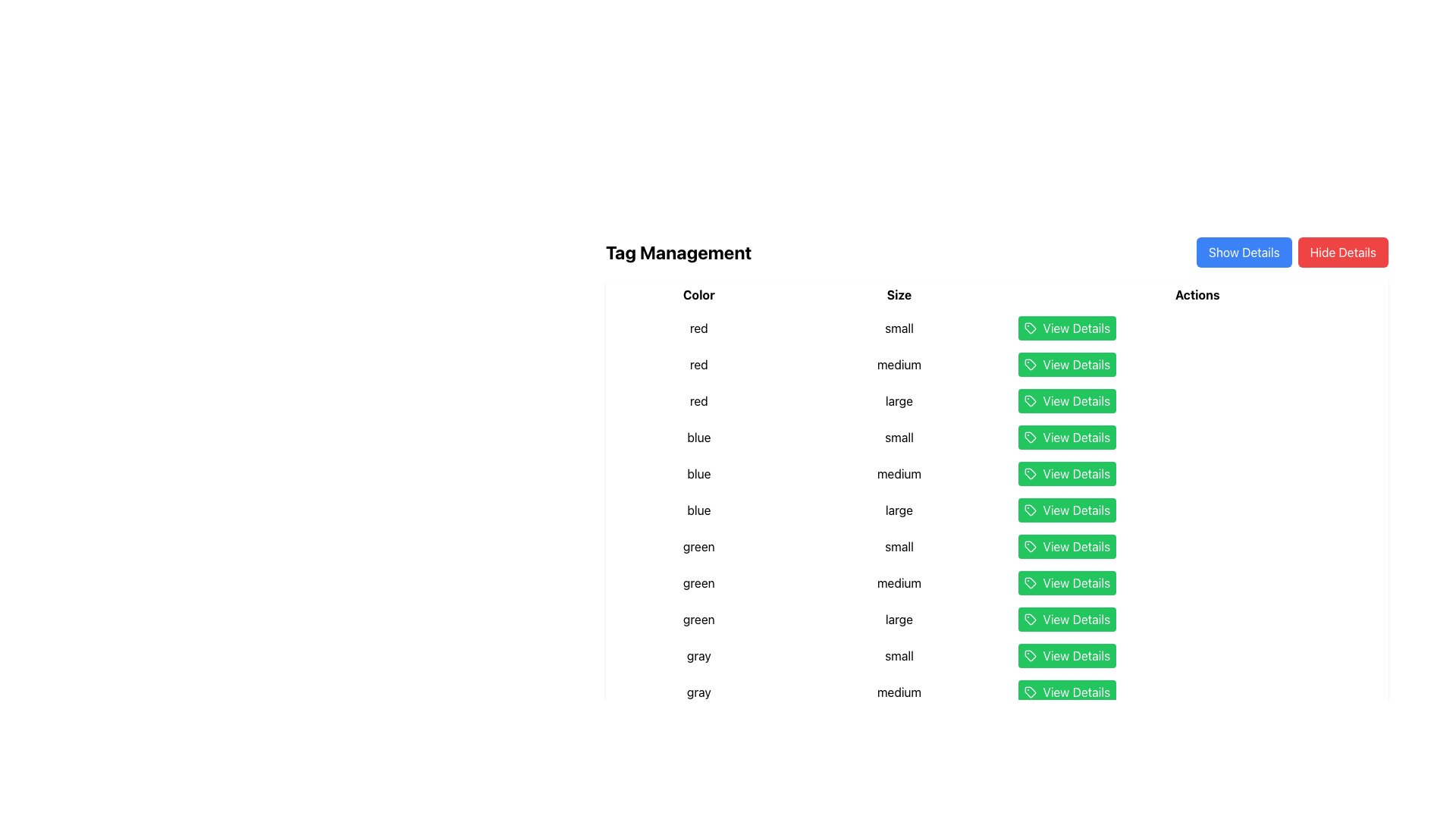 The image size is (1456, 819). I want to click on the text label displaying 'Actions' in bold and black font, located in the header row of a table, aligned in the third column, so click(1197, 295).